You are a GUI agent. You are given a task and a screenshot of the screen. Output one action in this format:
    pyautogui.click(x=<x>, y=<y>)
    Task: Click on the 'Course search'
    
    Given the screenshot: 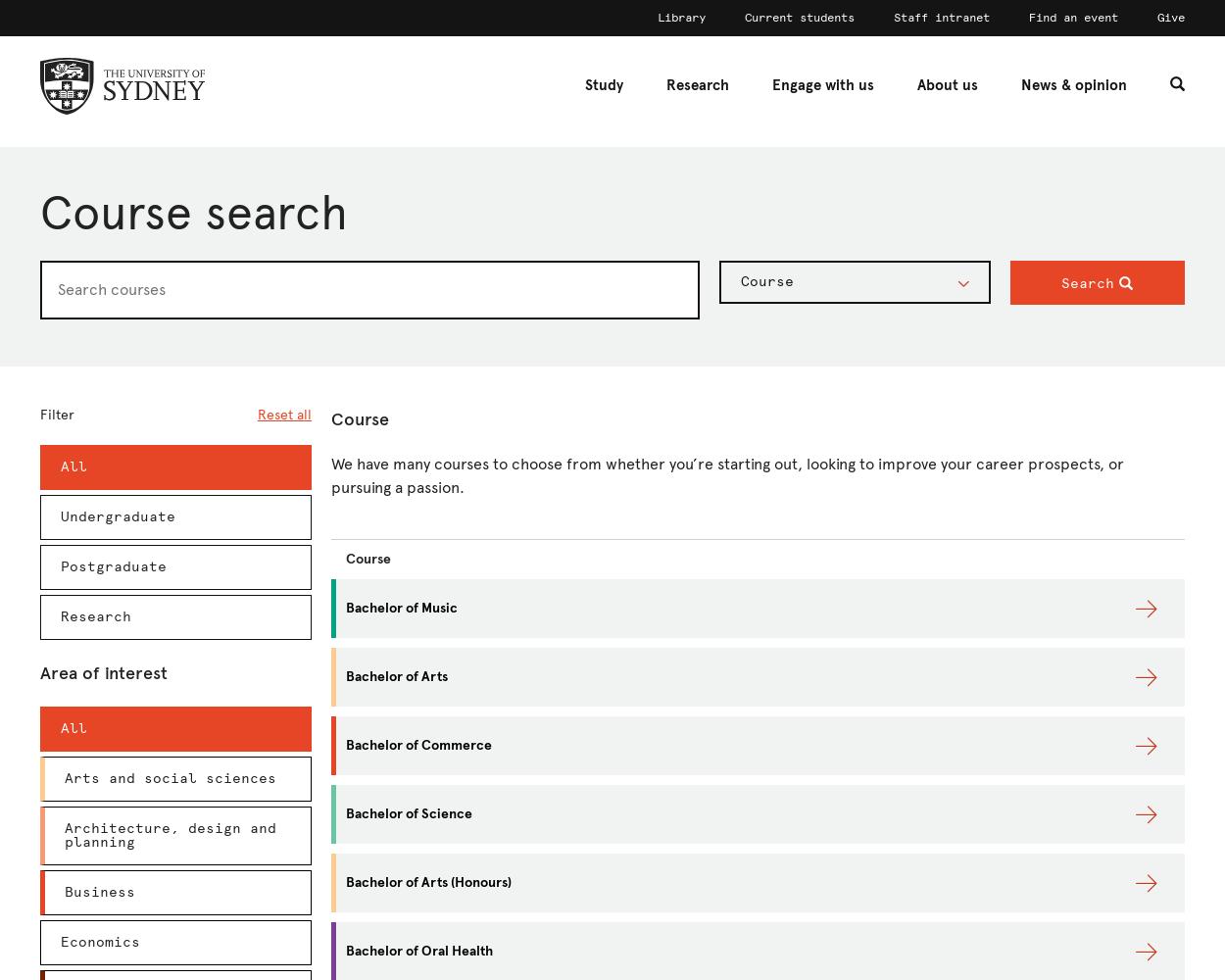 What is the action you would take?
    pyautogui.click(x=40, y=212)
    